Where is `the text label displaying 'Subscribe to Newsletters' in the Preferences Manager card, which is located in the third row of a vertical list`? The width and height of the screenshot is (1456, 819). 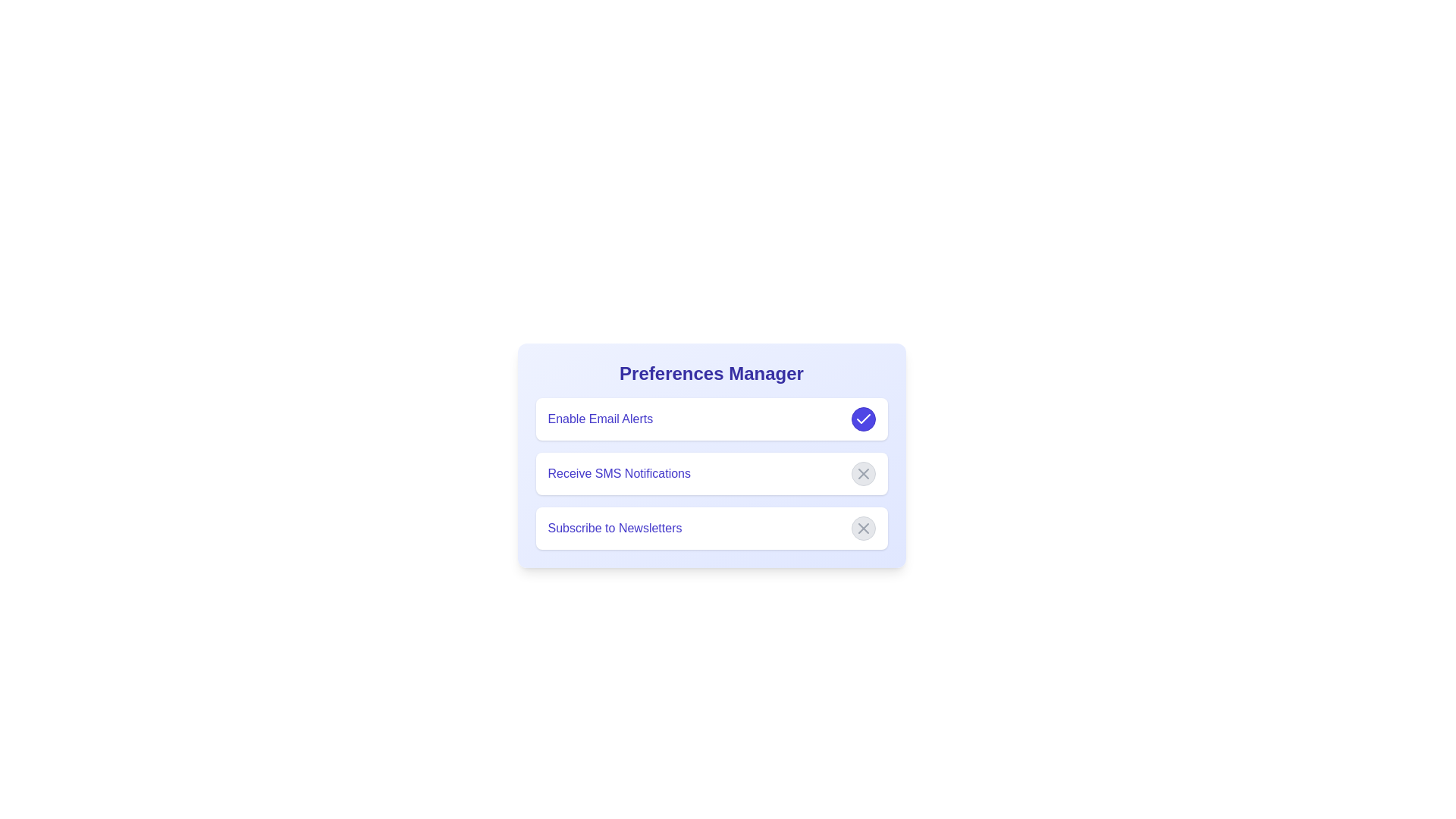
the text label displaying 'Subscribe to Newsletters' in the Preferences Manager card, which is located in the third row of a vertical list is located at coordinates (615, 528).